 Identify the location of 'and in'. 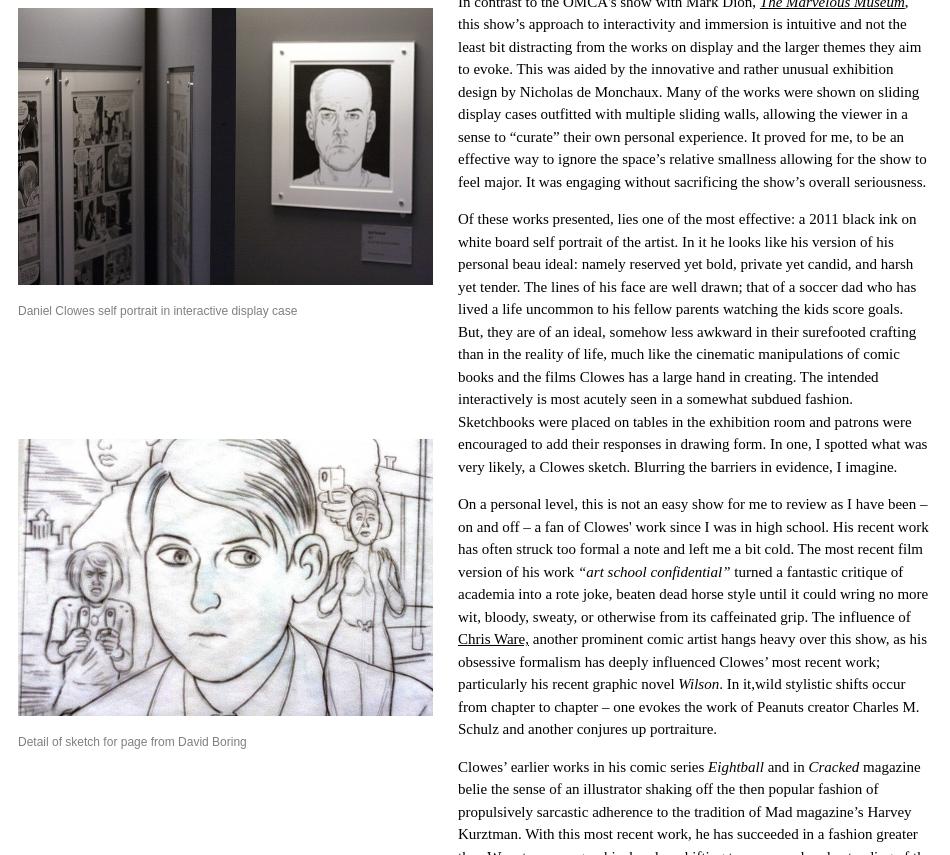
(762, 764).